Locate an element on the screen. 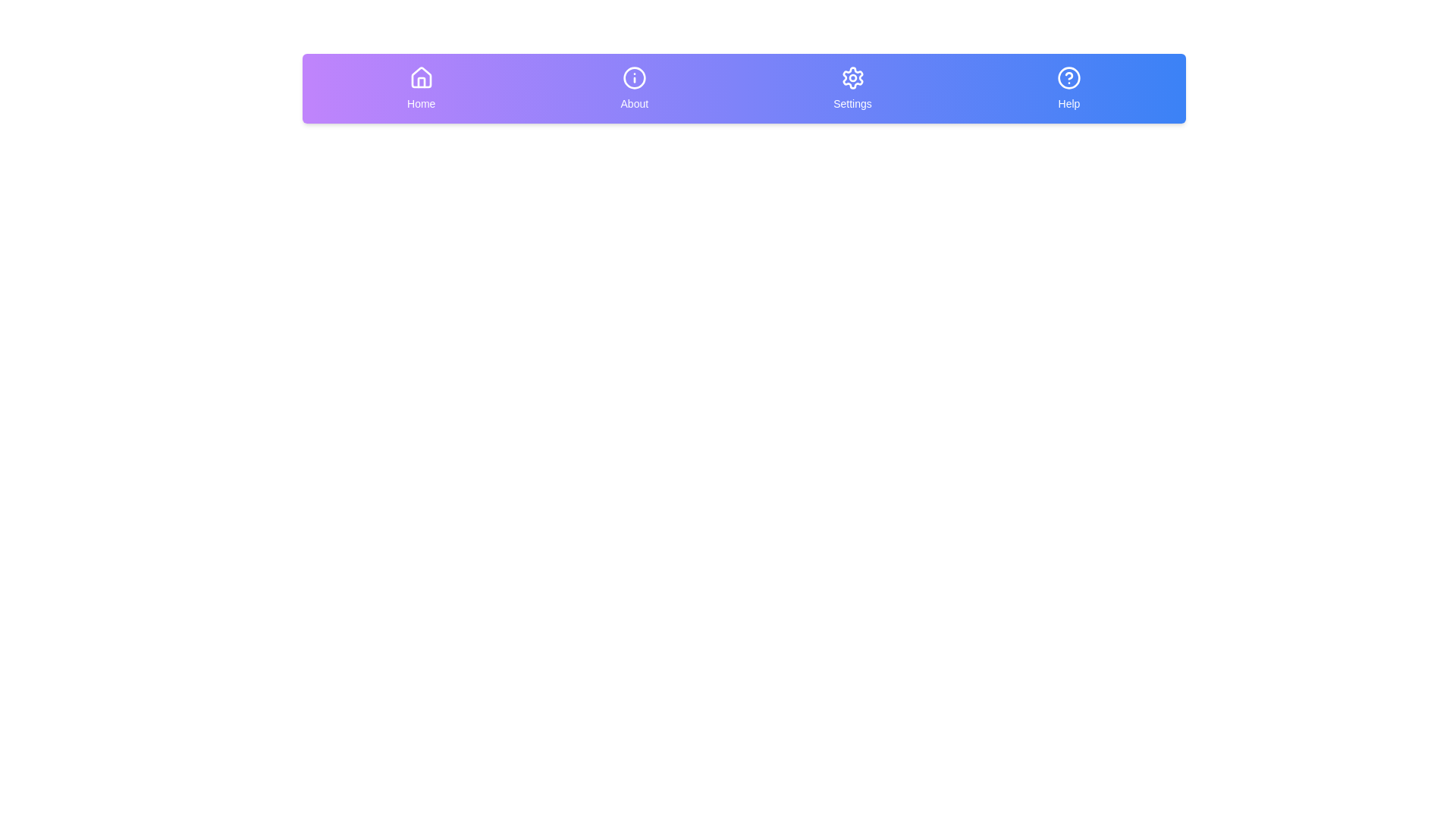  the descriptive text label located beneath the 'Help' icon in the rightmost section of the top interface bar is located at coordinates (1068, 103).